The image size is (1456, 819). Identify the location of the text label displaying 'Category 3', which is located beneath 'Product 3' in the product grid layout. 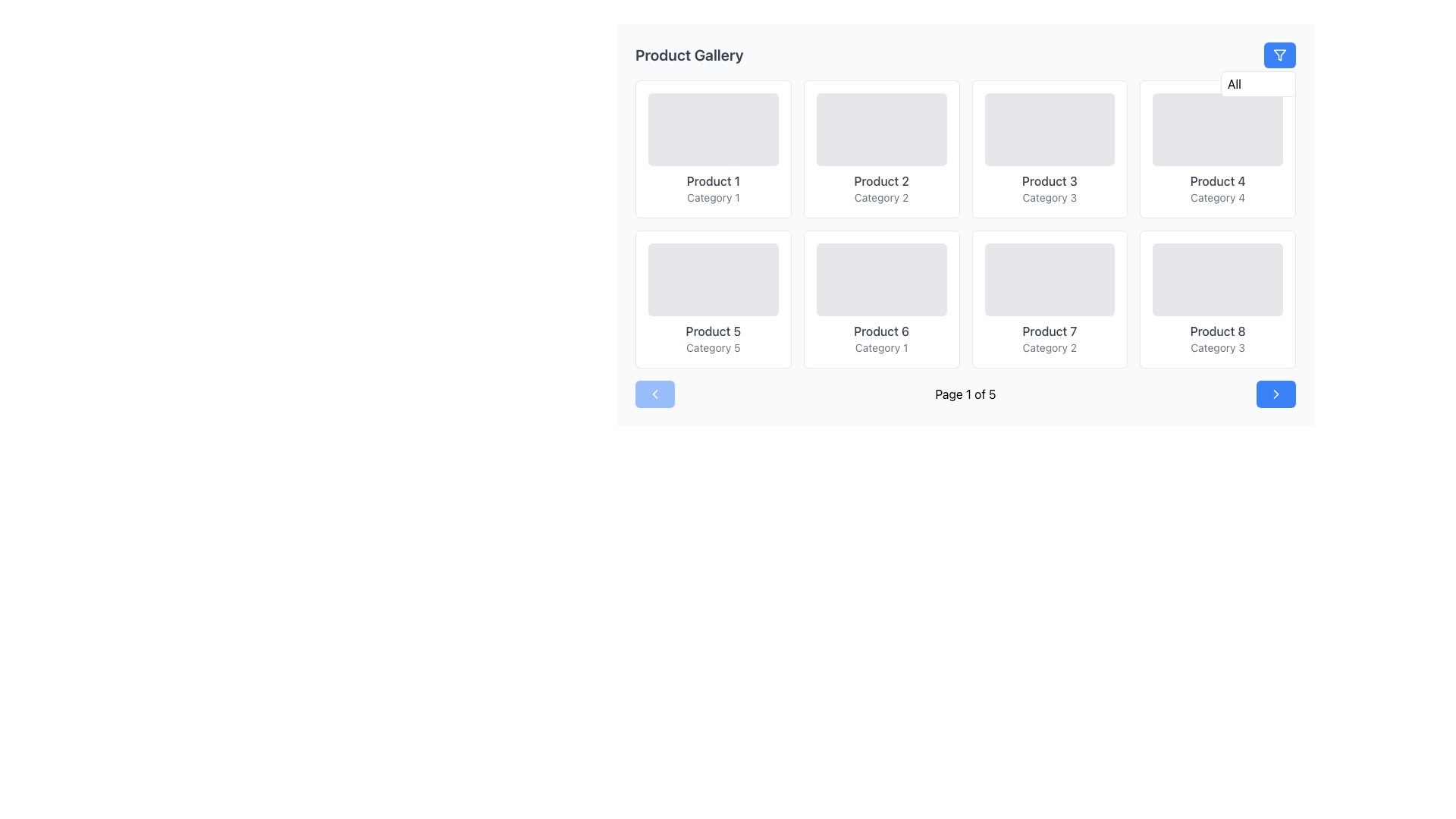
(1049, 197).